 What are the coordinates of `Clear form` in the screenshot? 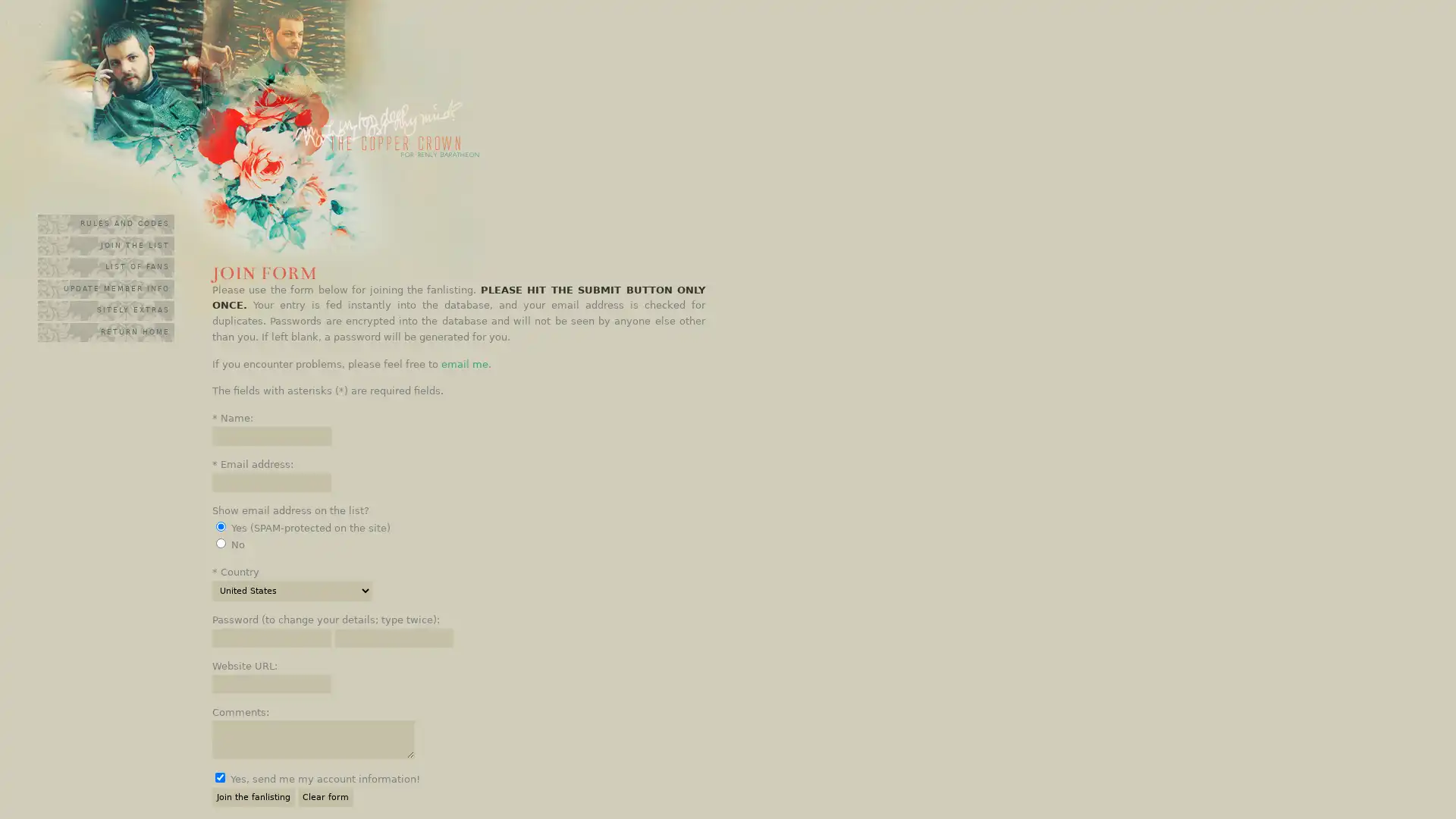 It's located at (325, 796).